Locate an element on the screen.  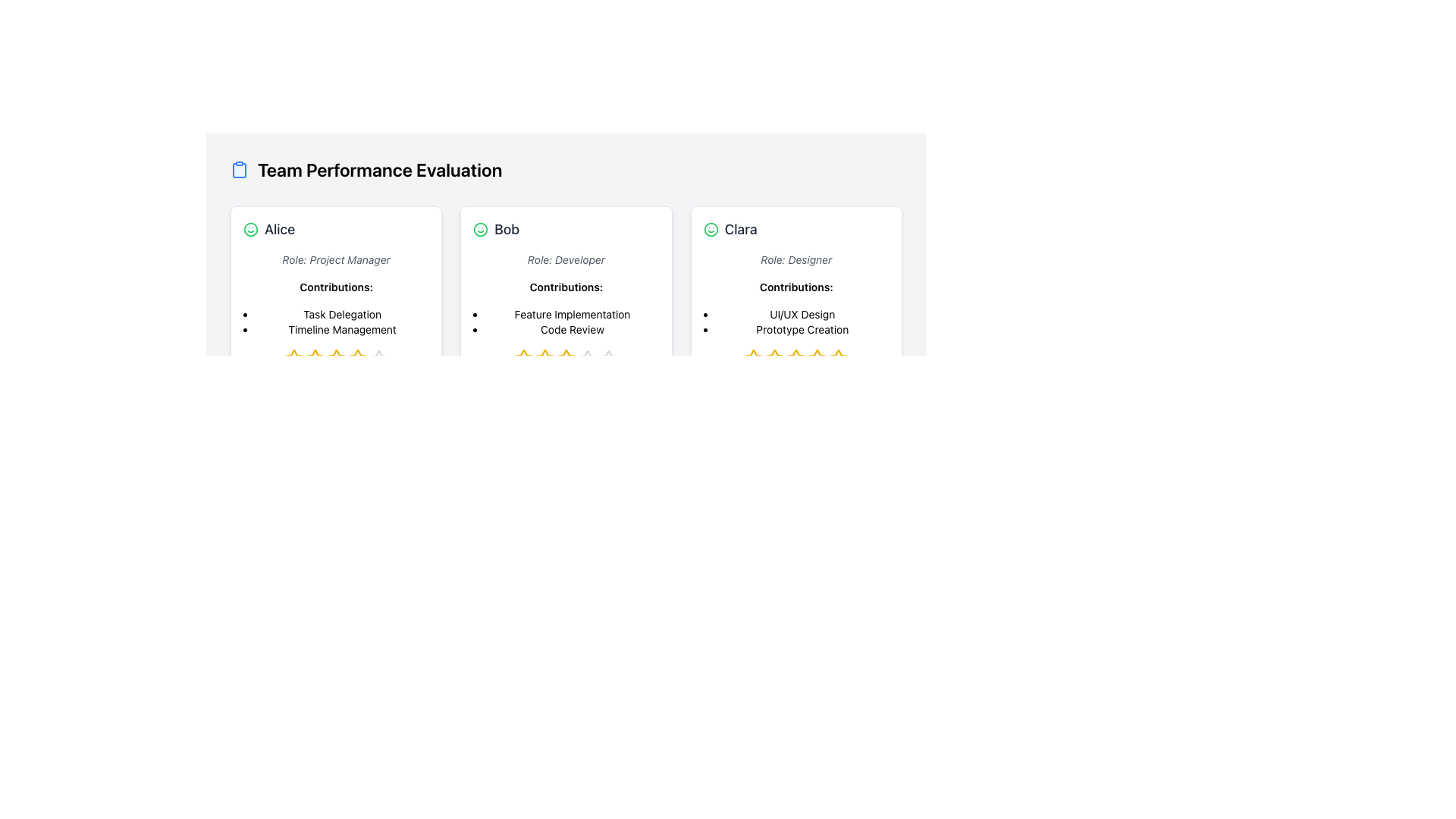
the third star-shaped interactive rating icon in yellow under the section titled 'Bob' is located at coordinates (545, 359).